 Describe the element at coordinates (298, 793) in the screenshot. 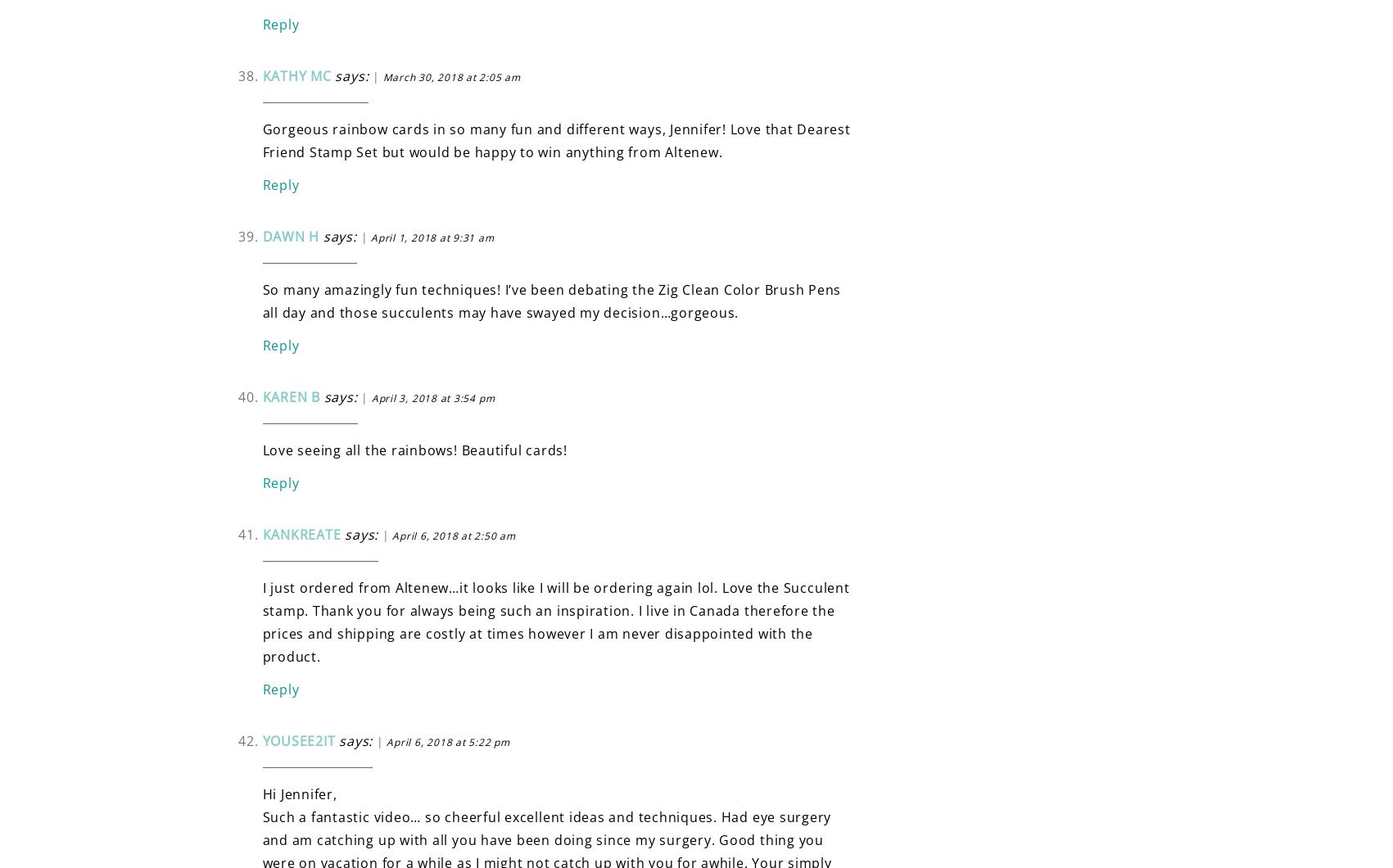

I see `'Hi Jennifer,'` at that location.